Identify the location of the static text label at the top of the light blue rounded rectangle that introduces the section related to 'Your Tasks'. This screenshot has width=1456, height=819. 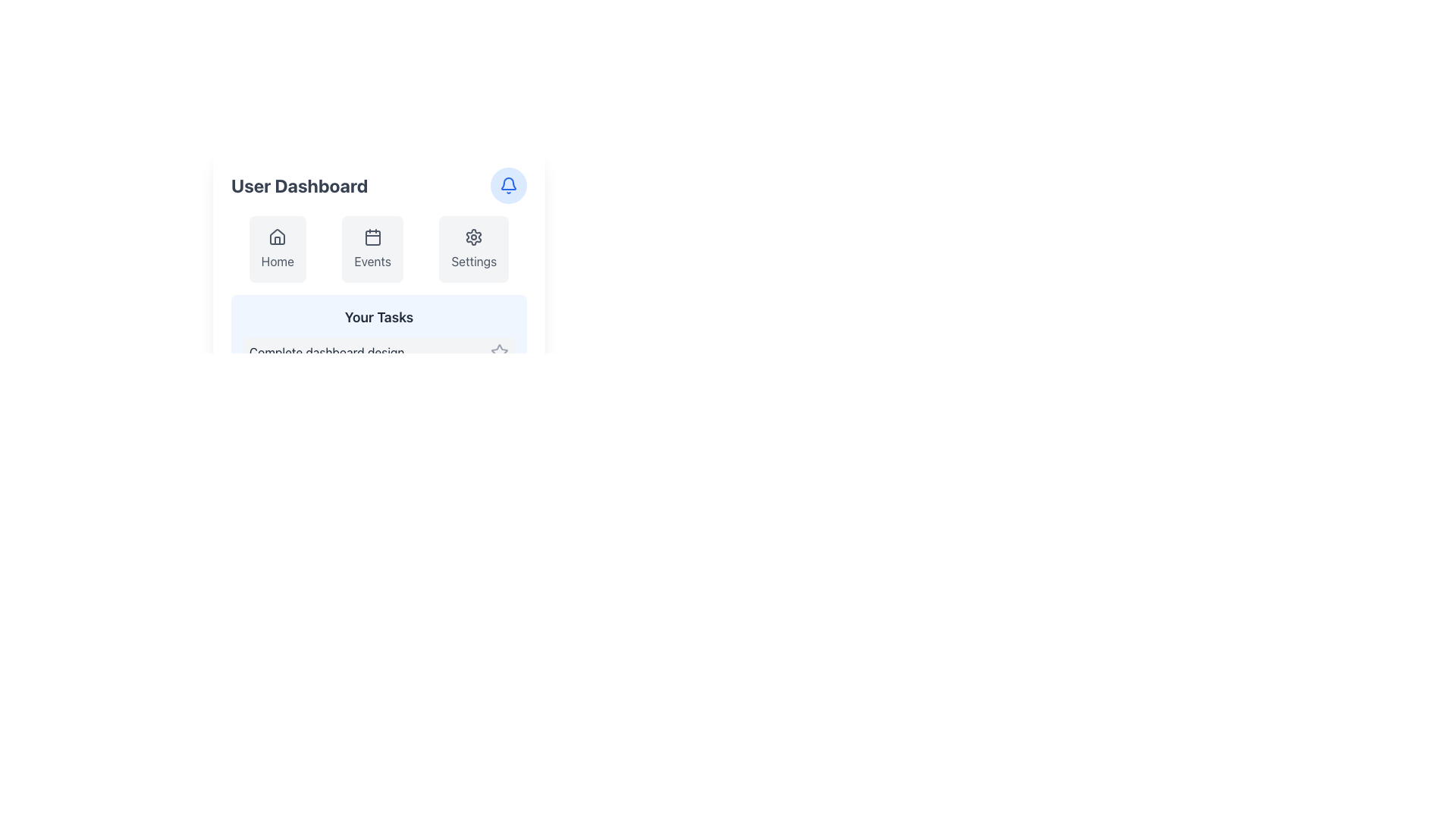
(378, 317).